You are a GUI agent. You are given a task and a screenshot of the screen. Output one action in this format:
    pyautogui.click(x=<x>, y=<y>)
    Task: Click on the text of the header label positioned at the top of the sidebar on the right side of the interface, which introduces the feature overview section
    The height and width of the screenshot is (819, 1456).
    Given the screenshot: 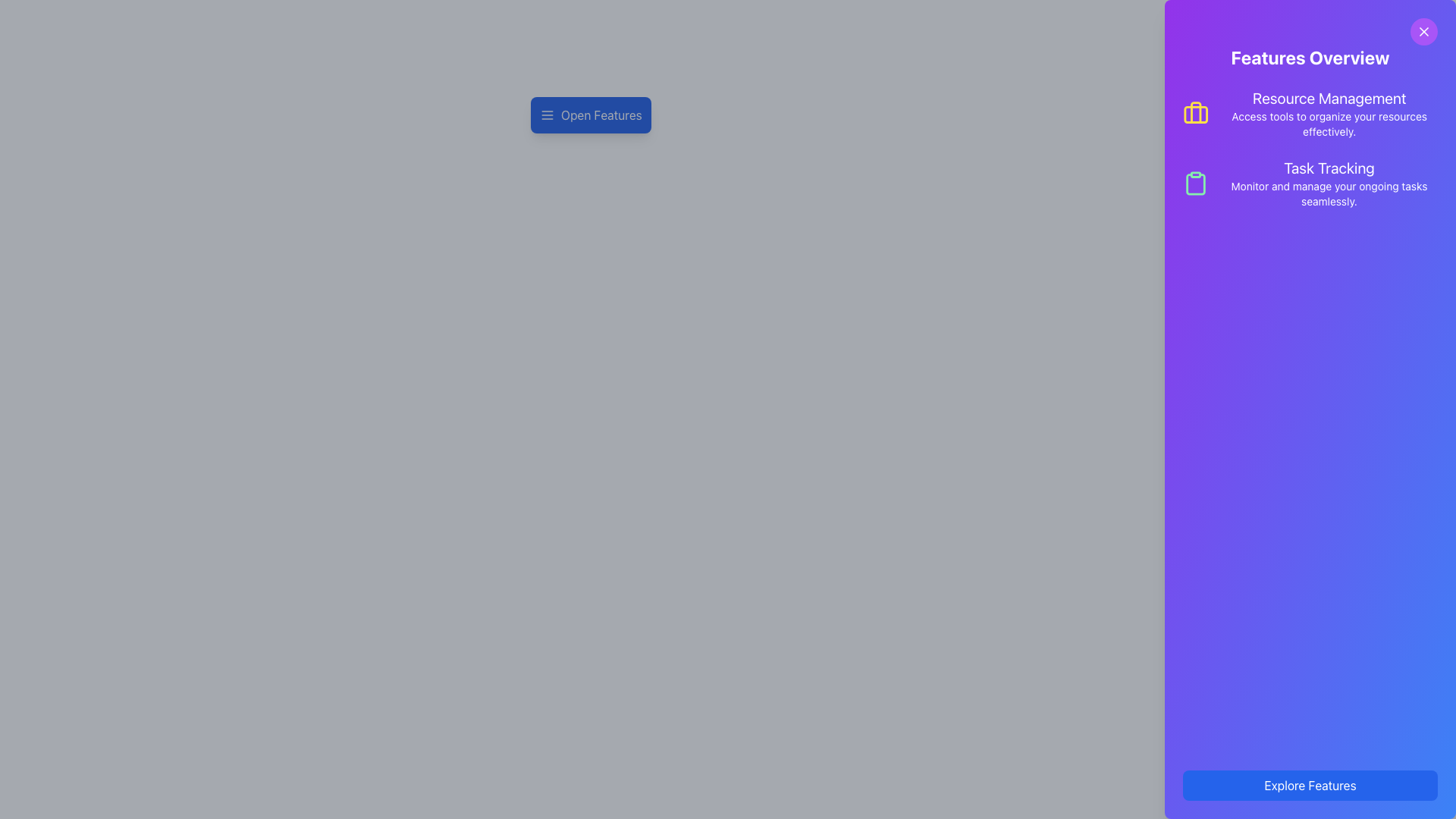 What is the action you would take?
    pyautogui.click(x=1310, y=57)
    